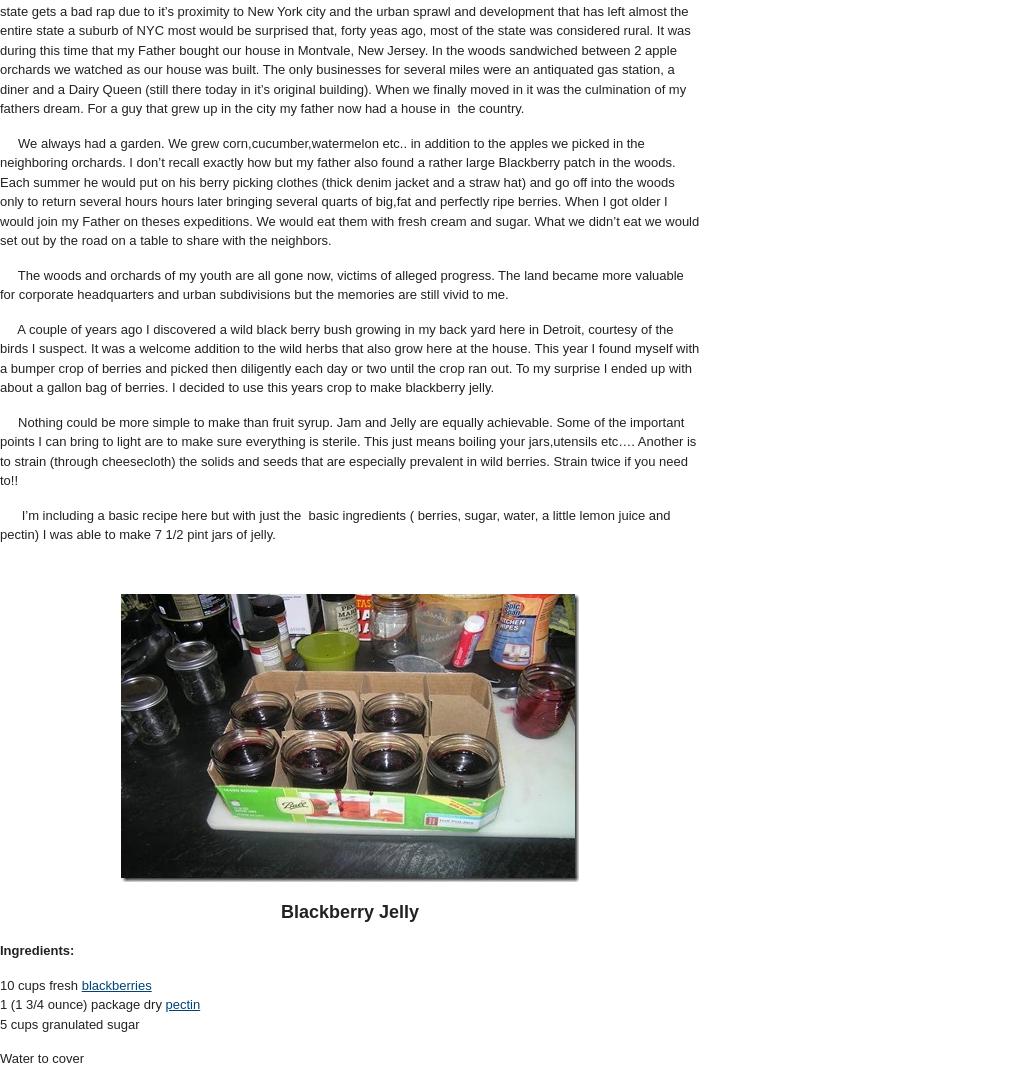 The height and width of the screenshot is (1077, 1028). What do you see at coordinates (182, 1003) in the screenshot?
I see `'pectin'` at bounding box center [182, 1003].